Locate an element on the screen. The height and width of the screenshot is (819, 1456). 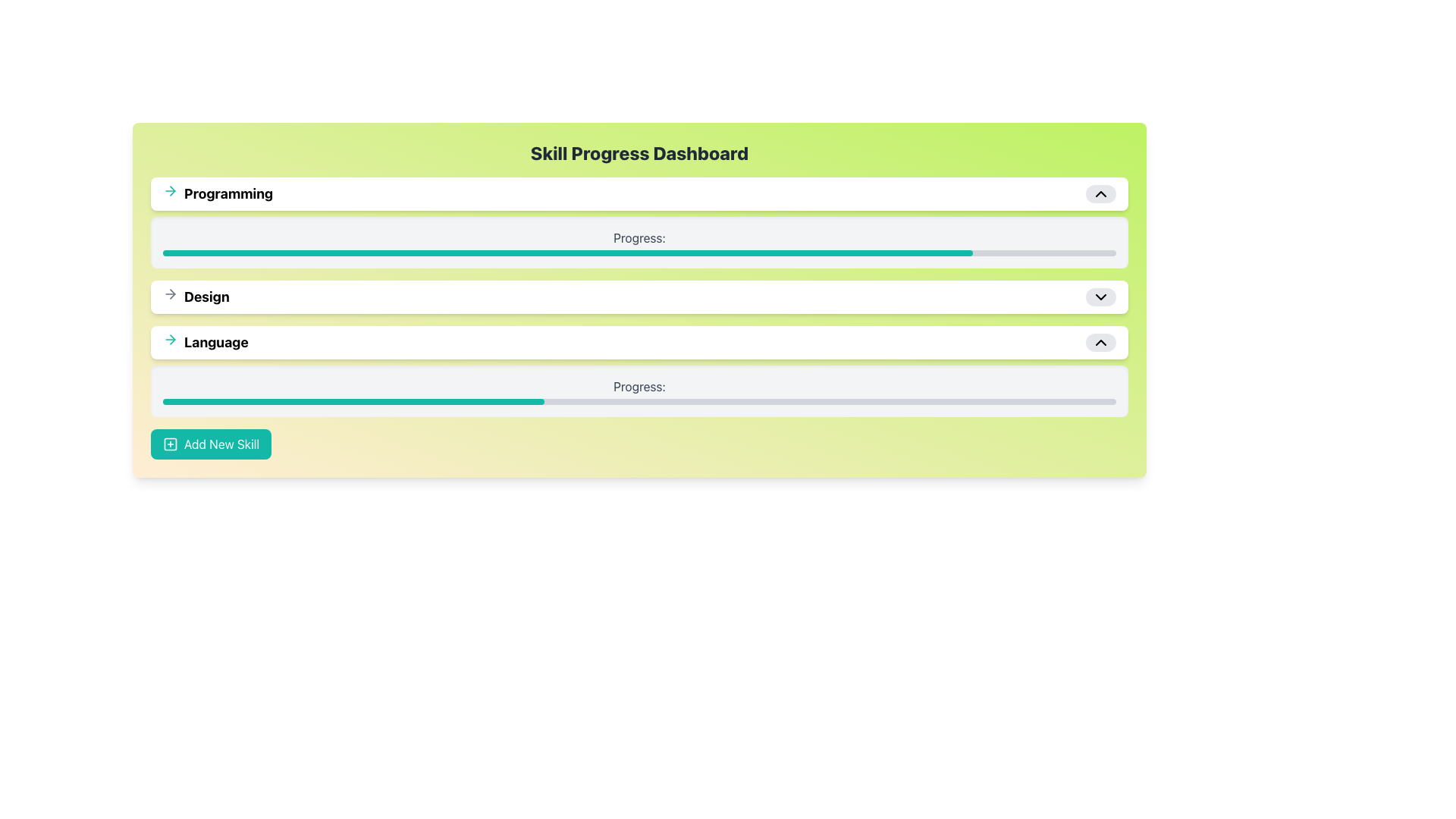
the arrow icon located at the far left of the header in the 'Programming' module of the 'Skill Progress Dashboard' is located at coordinates (171, 190).